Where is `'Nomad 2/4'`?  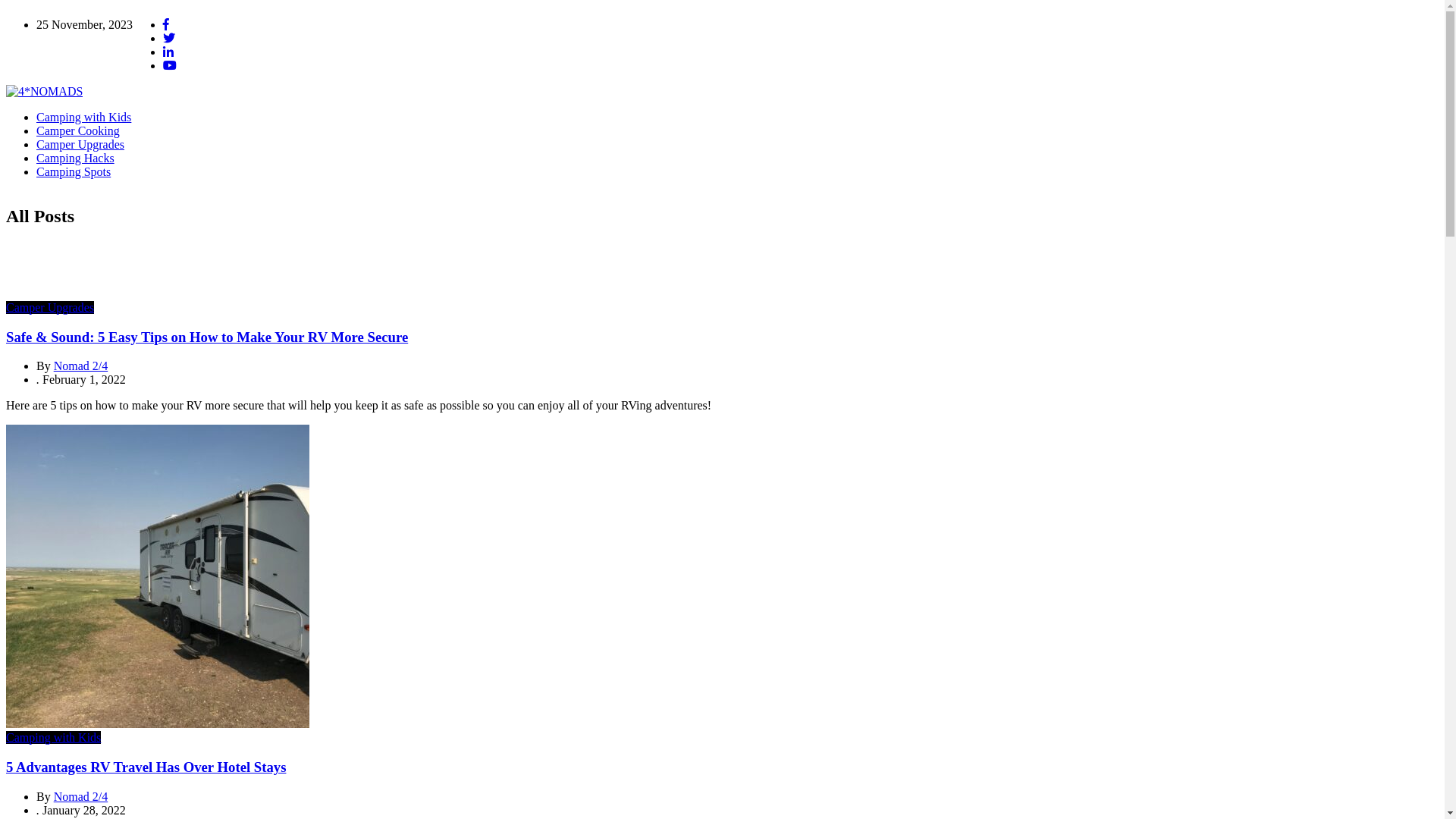 'Nomad 2/4' is located at coordinates (80, 795).